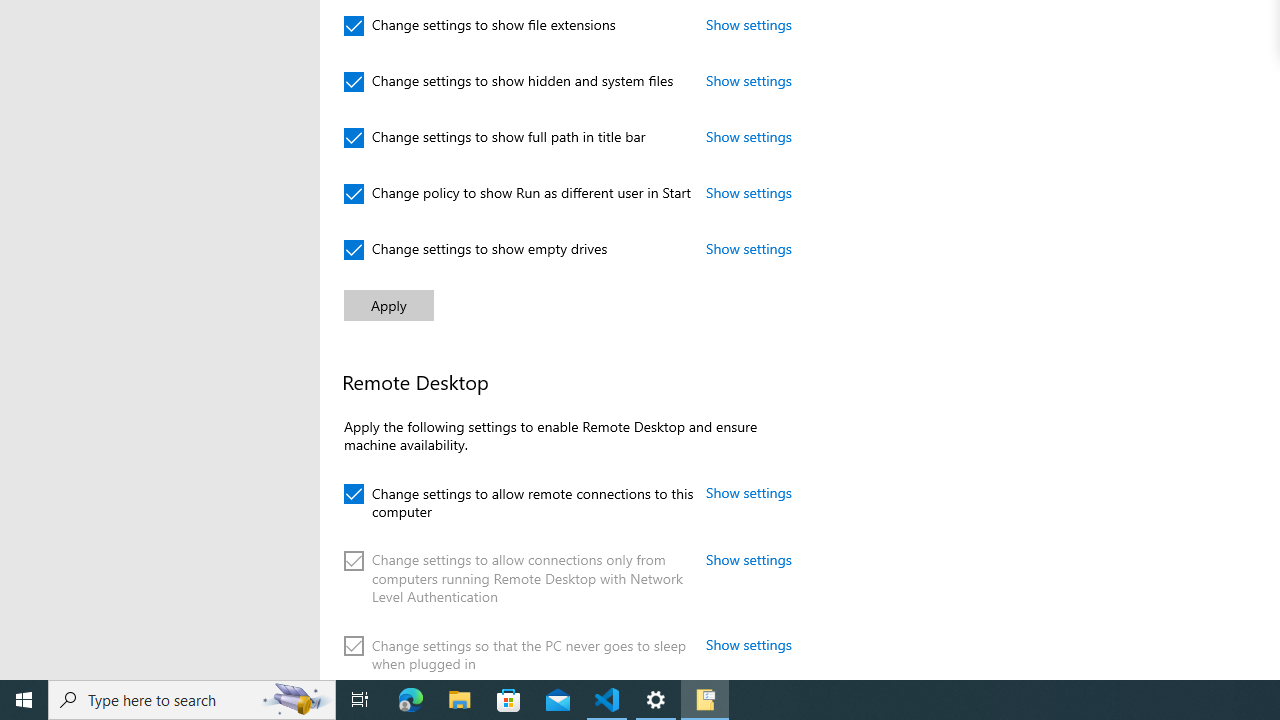  What do you see at coordinates (459, 698) in the screenshot?
I see `'File Explorer'` at bounding box center [459, 698].